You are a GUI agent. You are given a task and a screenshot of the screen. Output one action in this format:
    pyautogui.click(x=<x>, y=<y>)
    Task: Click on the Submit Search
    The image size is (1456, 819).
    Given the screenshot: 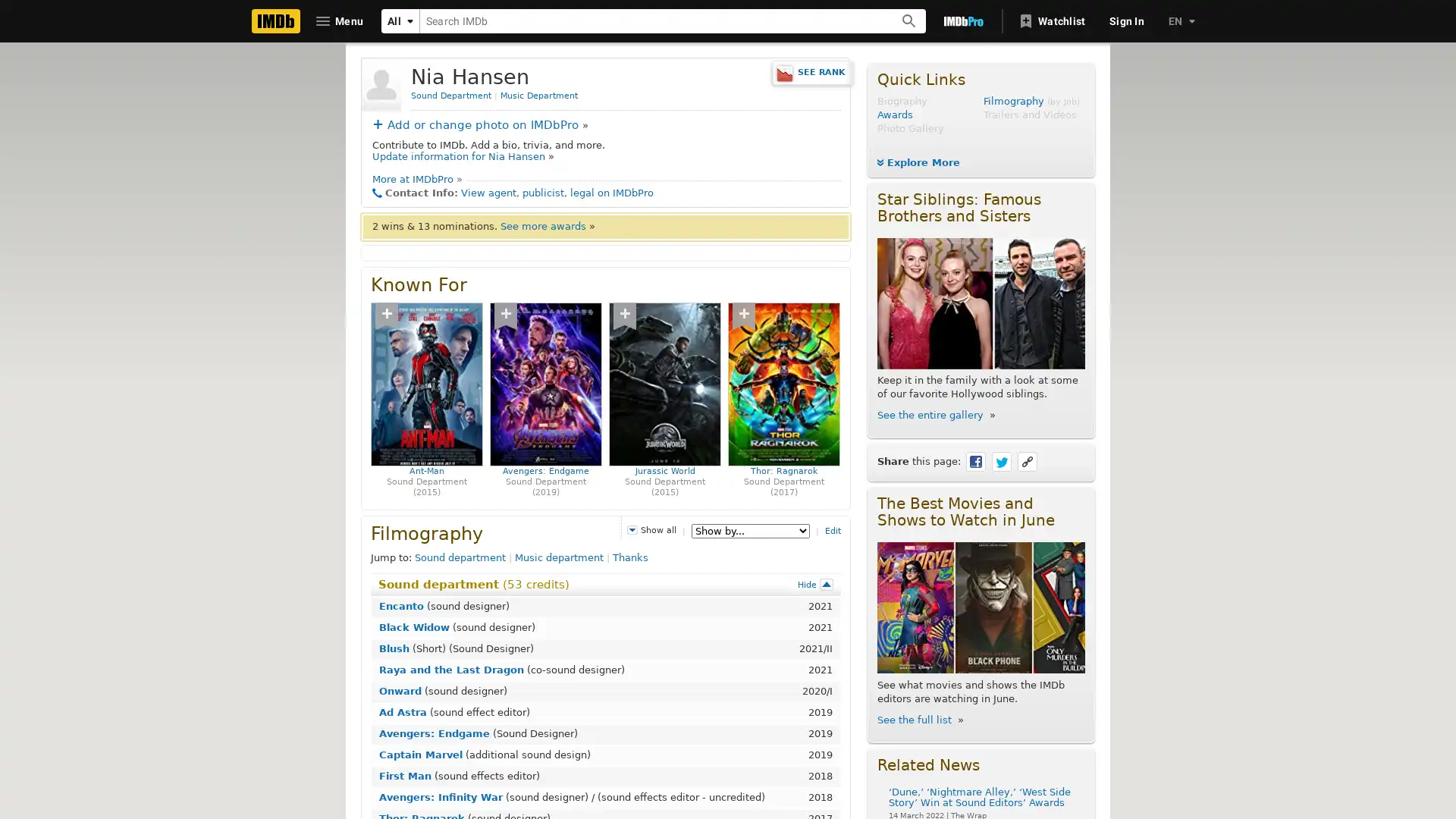 What is the action you would take?
    pyautogui.click(x=909, y=20)
    